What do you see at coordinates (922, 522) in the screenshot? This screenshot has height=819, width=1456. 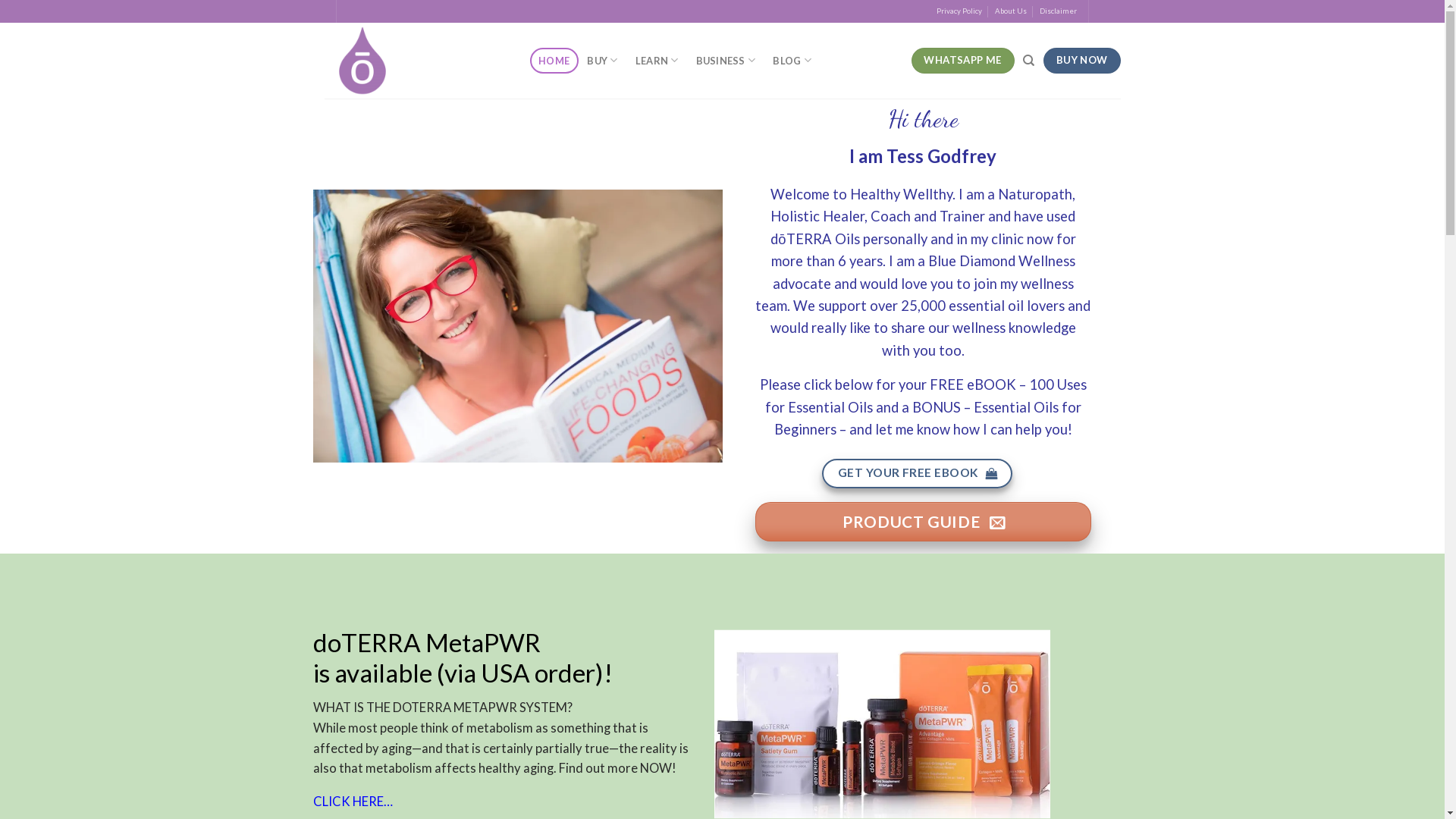 I see `'PRODUCT GUIDE'` at bounding box center [922, 522].